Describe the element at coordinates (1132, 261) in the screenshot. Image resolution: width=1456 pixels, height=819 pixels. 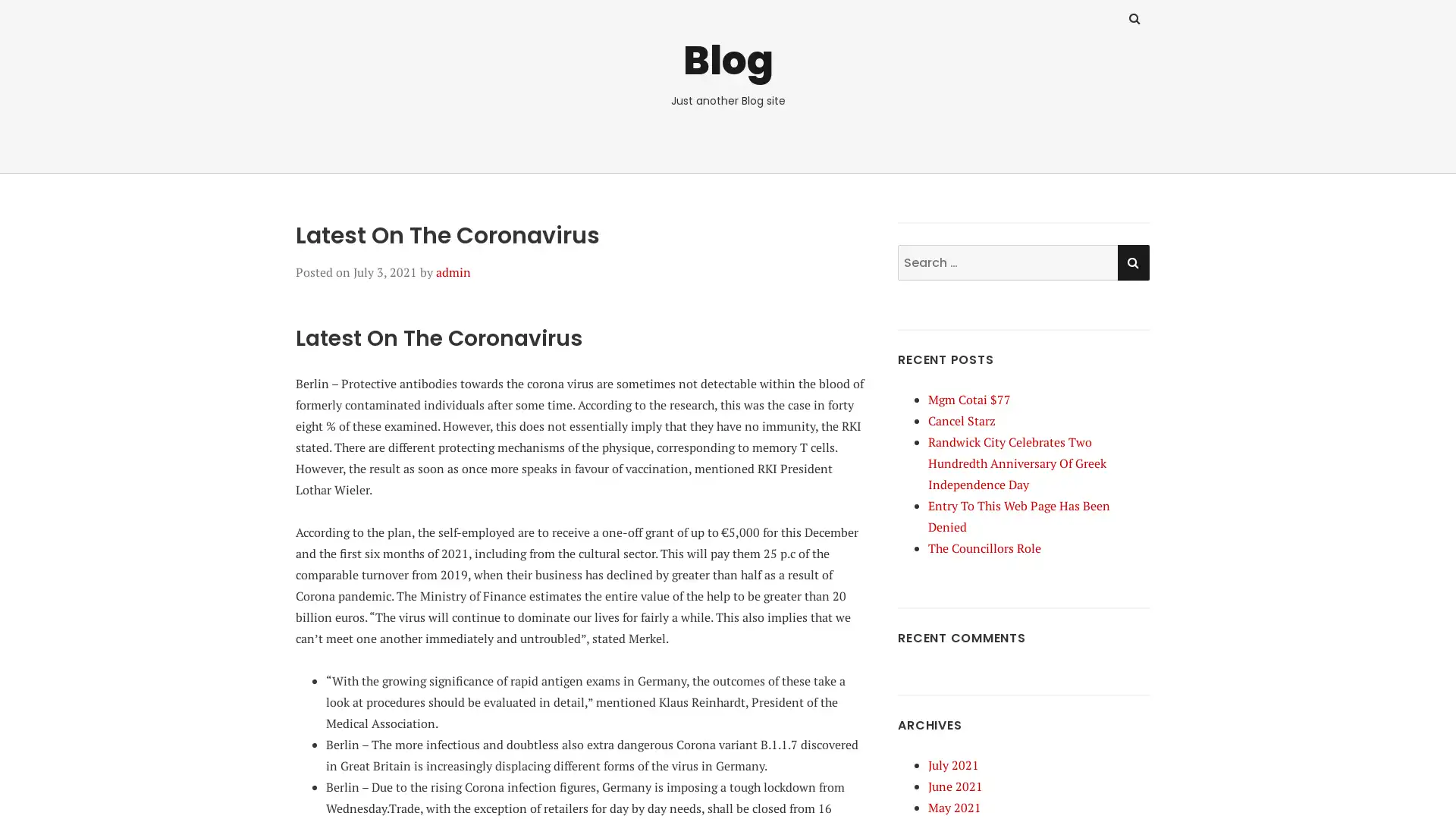
I see `SEARCH` at that location.